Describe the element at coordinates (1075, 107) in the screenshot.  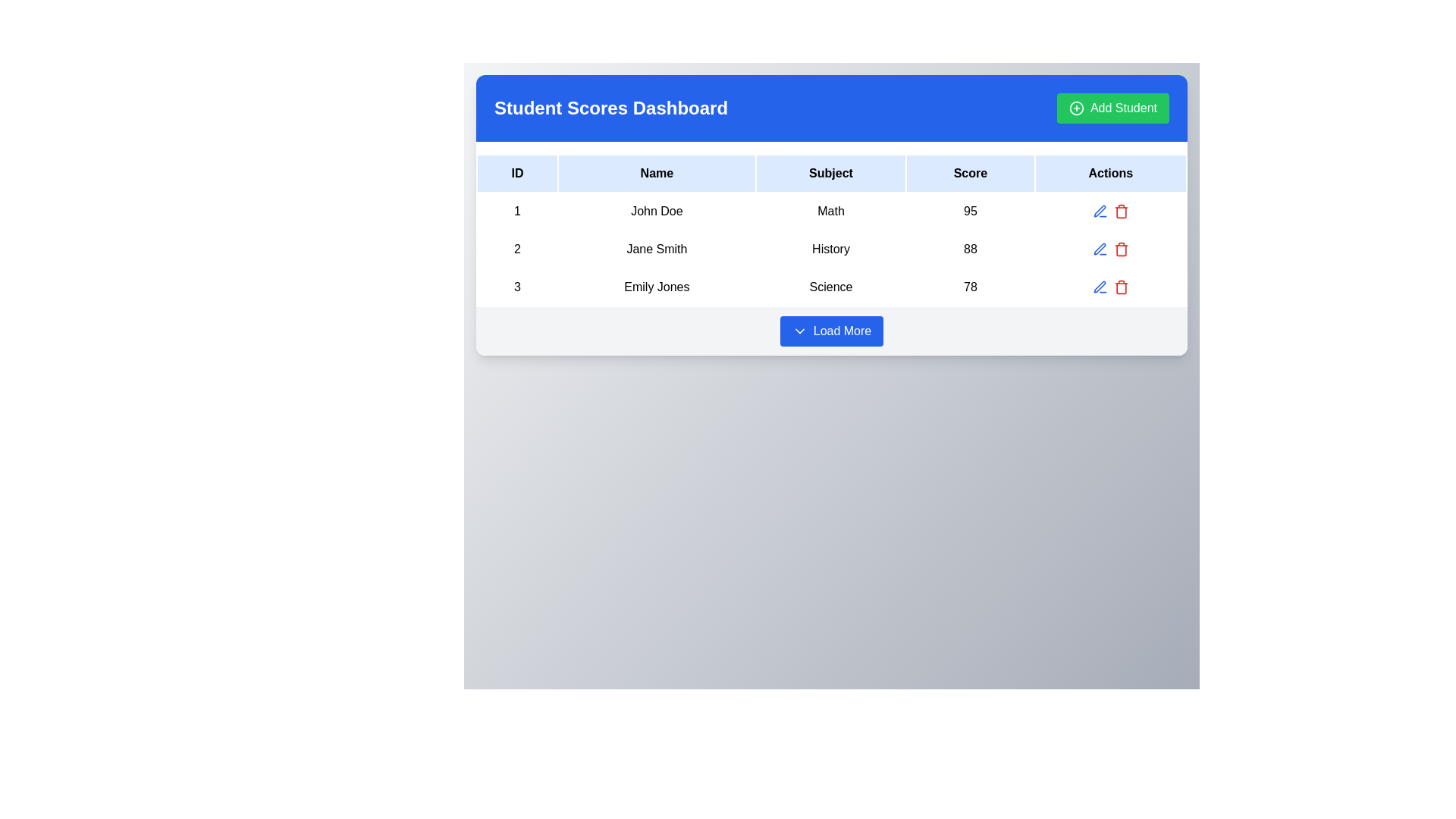
I see `the circular '+' icon inside the 'Add Student' button located in the top-right corner of the dashboard header area` at that location.